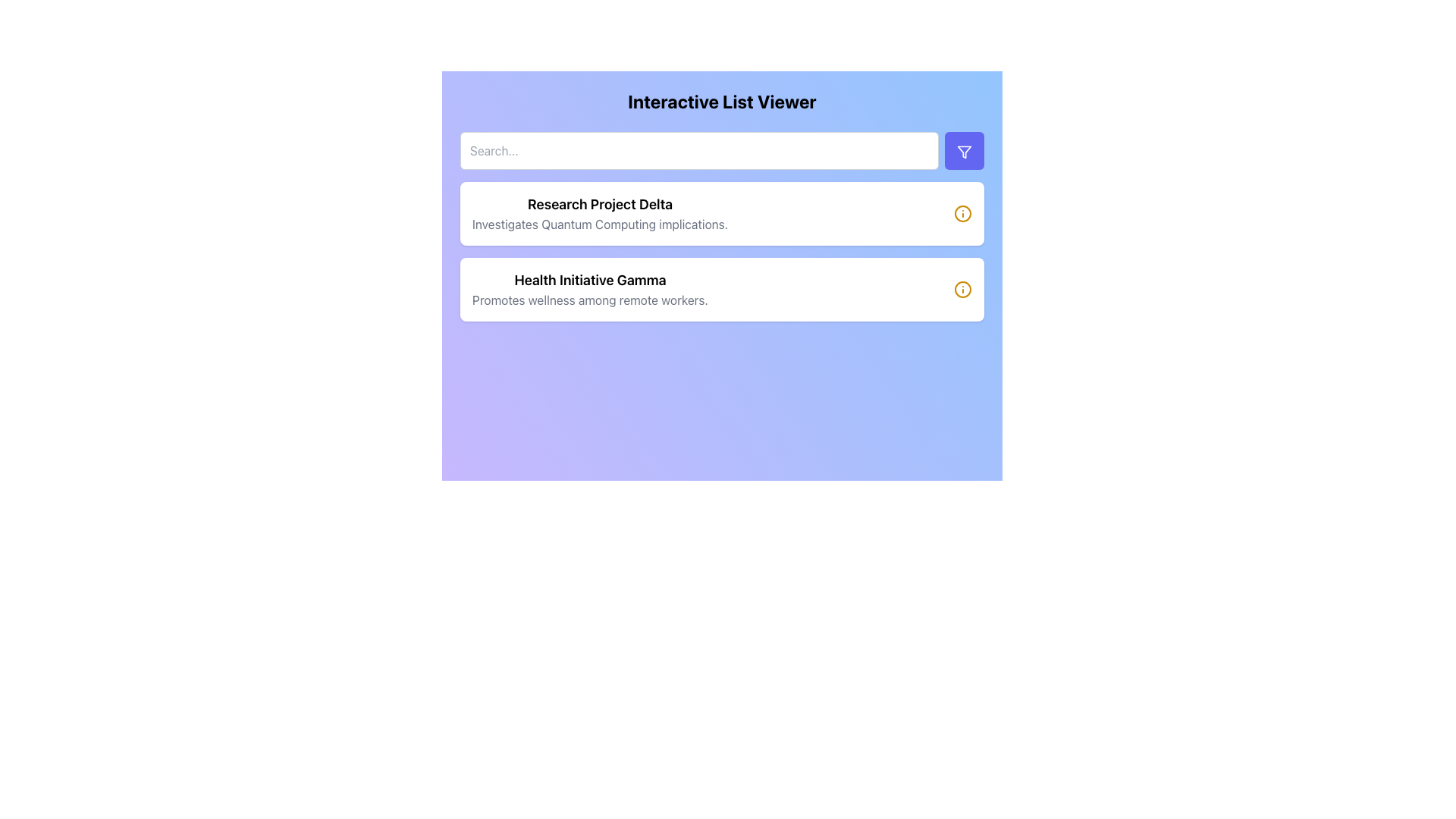 The image size is (1456, 819). Describe the element at coordinates (589, 300) in the screenshot. I see `the static text element displaying 'Promotes wellness among remote workers.' located below the title 'Health Initiative Gamma.'` at that location.